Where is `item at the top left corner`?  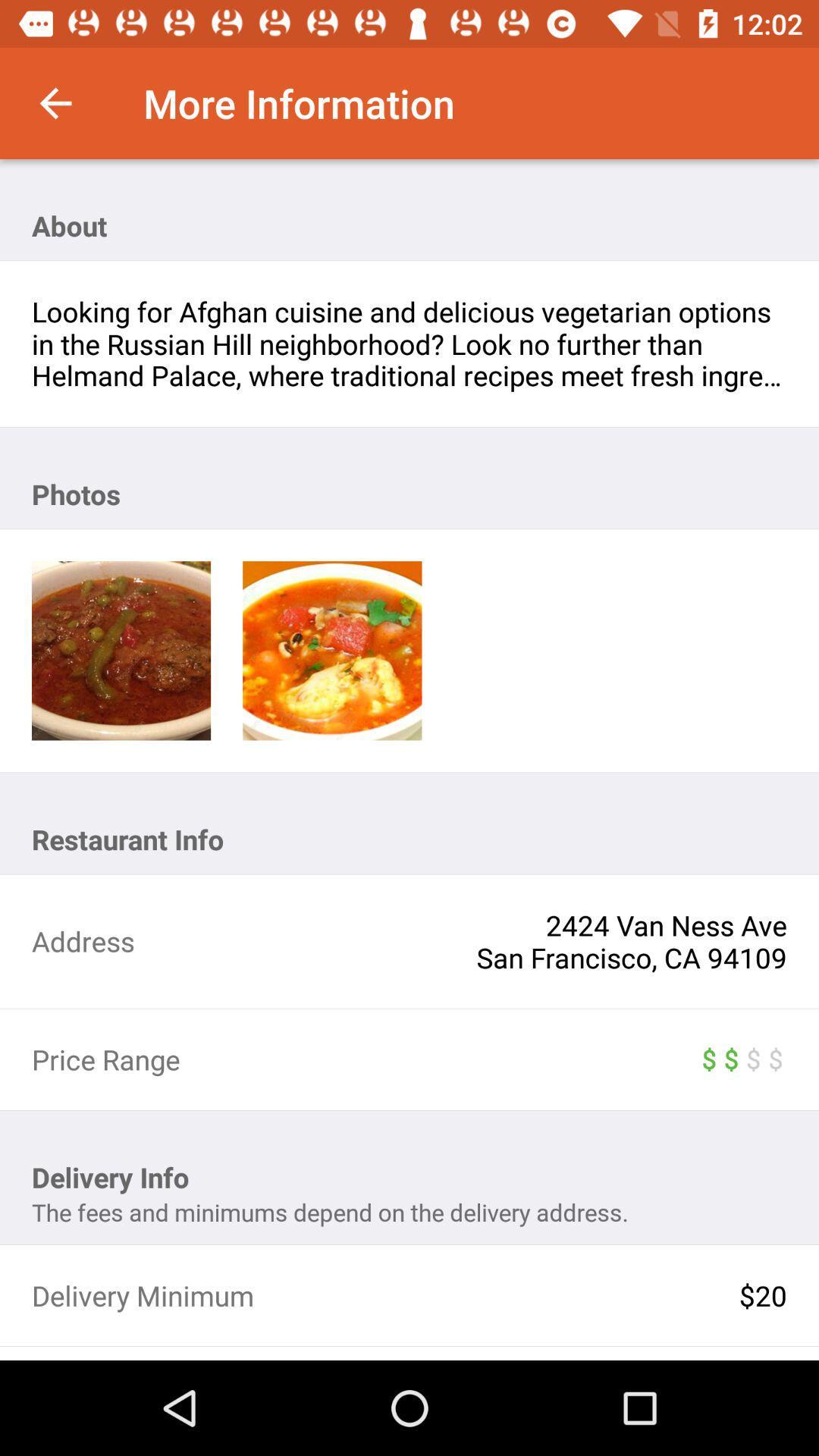
item at the top left corner is located at coordinates (55, 102).